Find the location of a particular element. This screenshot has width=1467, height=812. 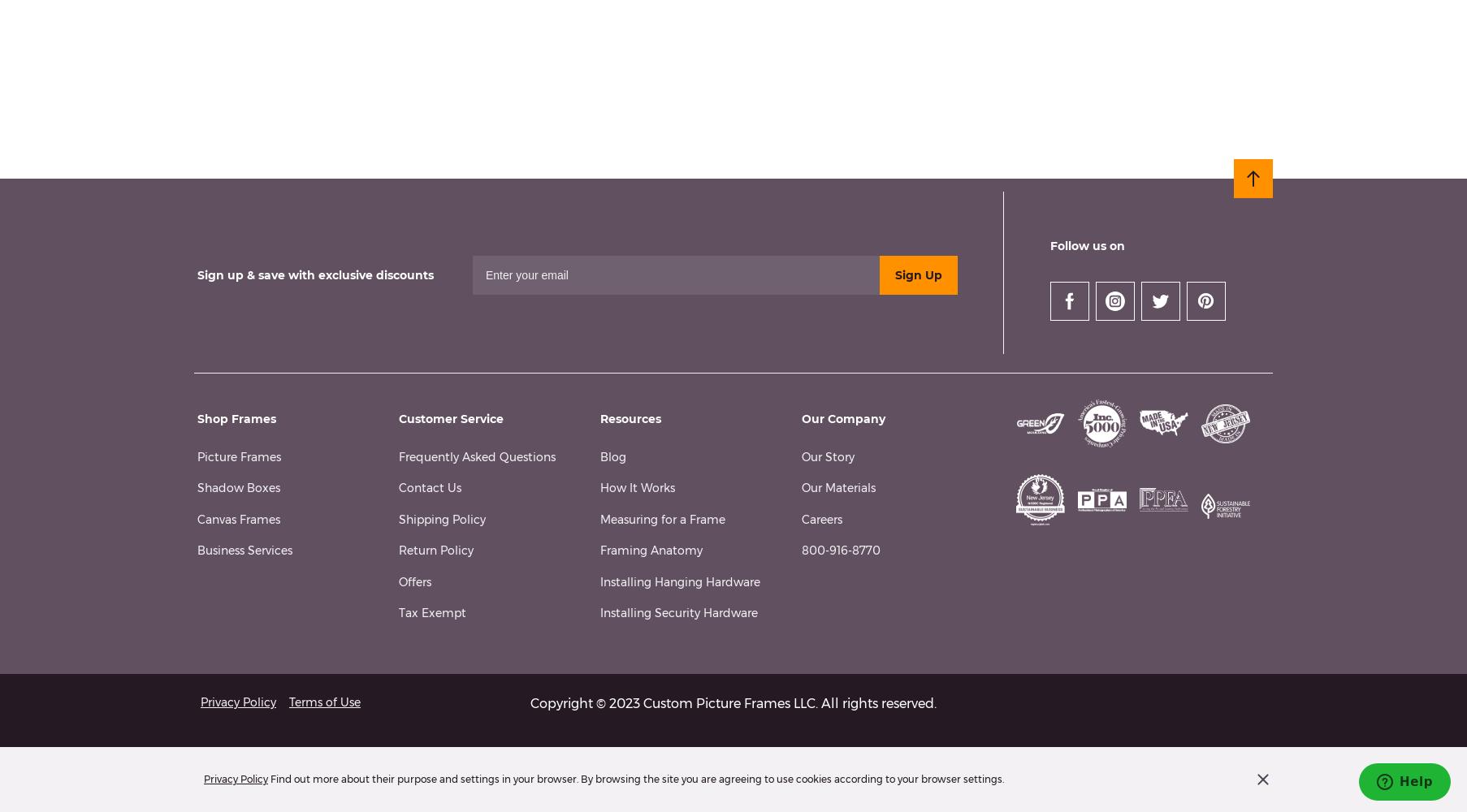

'Tax Exempt' is located at coordinates (431, 613).